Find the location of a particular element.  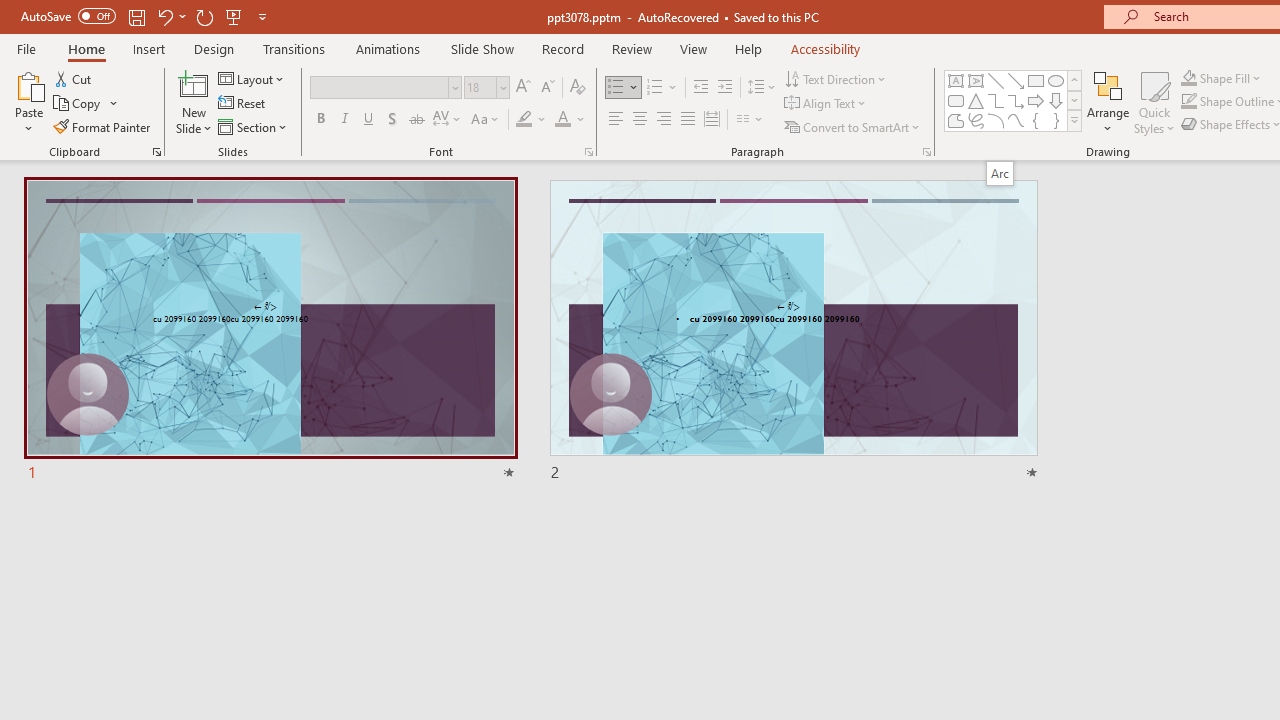

'Right Brace' is located at coordinates (1055, 120).